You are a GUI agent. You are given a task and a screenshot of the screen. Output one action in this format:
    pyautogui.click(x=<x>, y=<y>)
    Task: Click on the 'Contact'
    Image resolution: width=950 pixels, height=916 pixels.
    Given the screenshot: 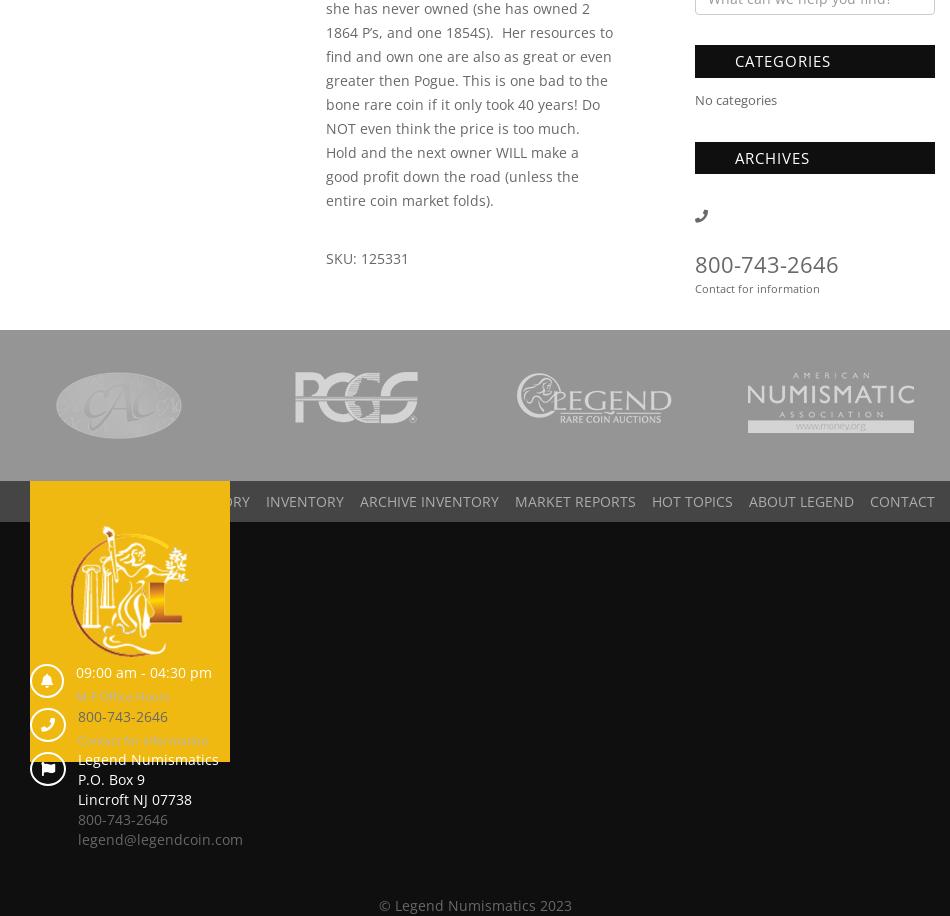 What is the action you would take?
    pyautogui.click(x=901, y=501)
    